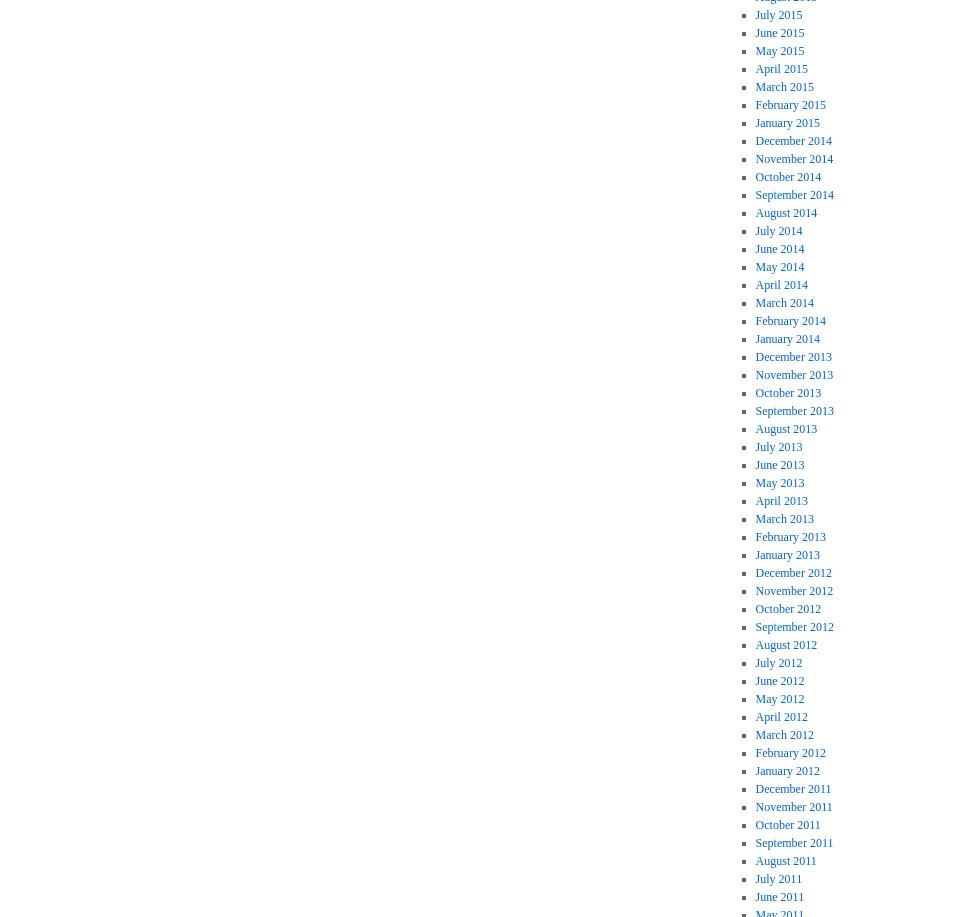 The image size is (980, 917). I want to click on 'April 2015', so click(780, 67).